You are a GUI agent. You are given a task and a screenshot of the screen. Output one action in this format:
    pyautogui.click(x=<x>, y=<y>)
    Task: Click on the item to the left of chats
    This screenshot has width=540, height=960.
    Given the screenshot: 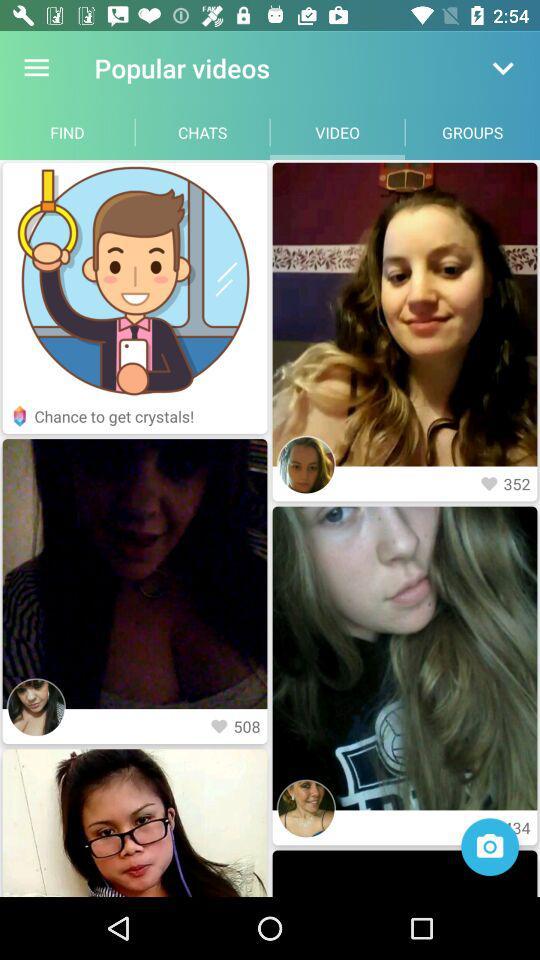 What is the action you would take?
    pyautogui.click(x=67, y=131)
    